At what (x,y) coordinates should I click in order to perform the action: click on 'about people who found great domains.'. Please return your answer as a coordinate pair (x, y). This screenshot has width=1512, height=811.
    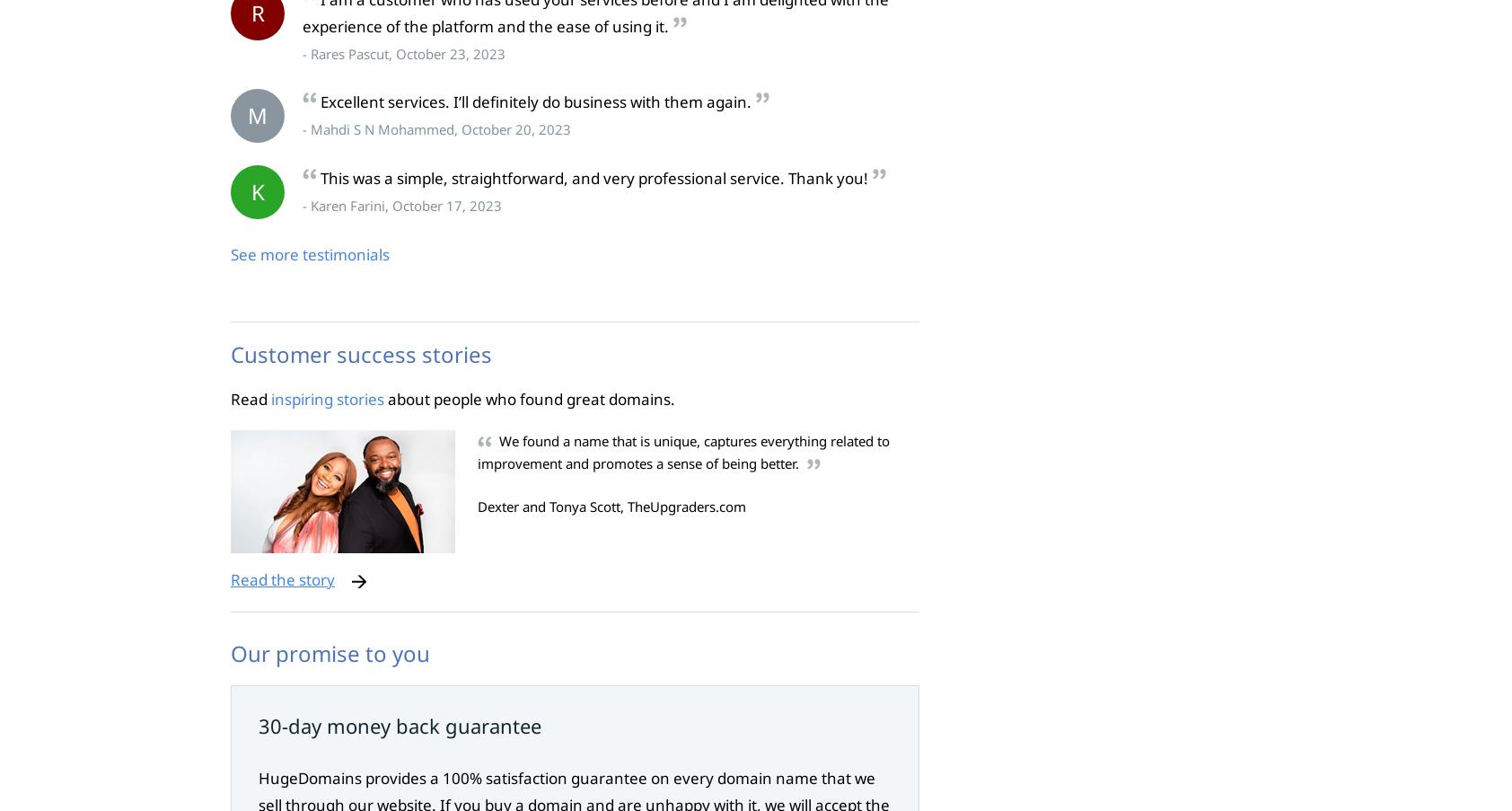
    Looking at the image, I should click on (529, 397).